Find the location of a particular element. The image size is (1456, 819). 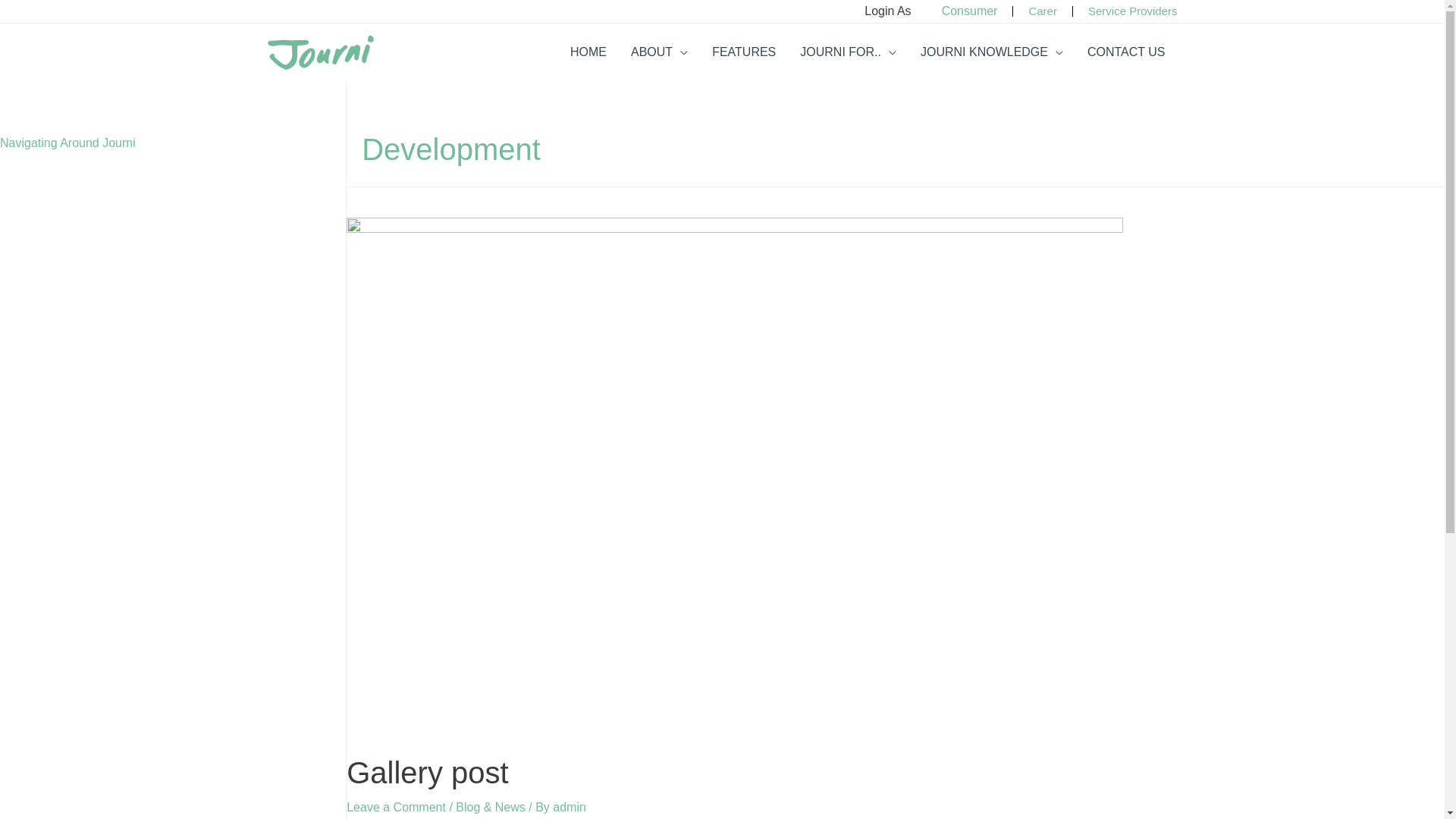

'HOME' is located at coordinates (588, 52).